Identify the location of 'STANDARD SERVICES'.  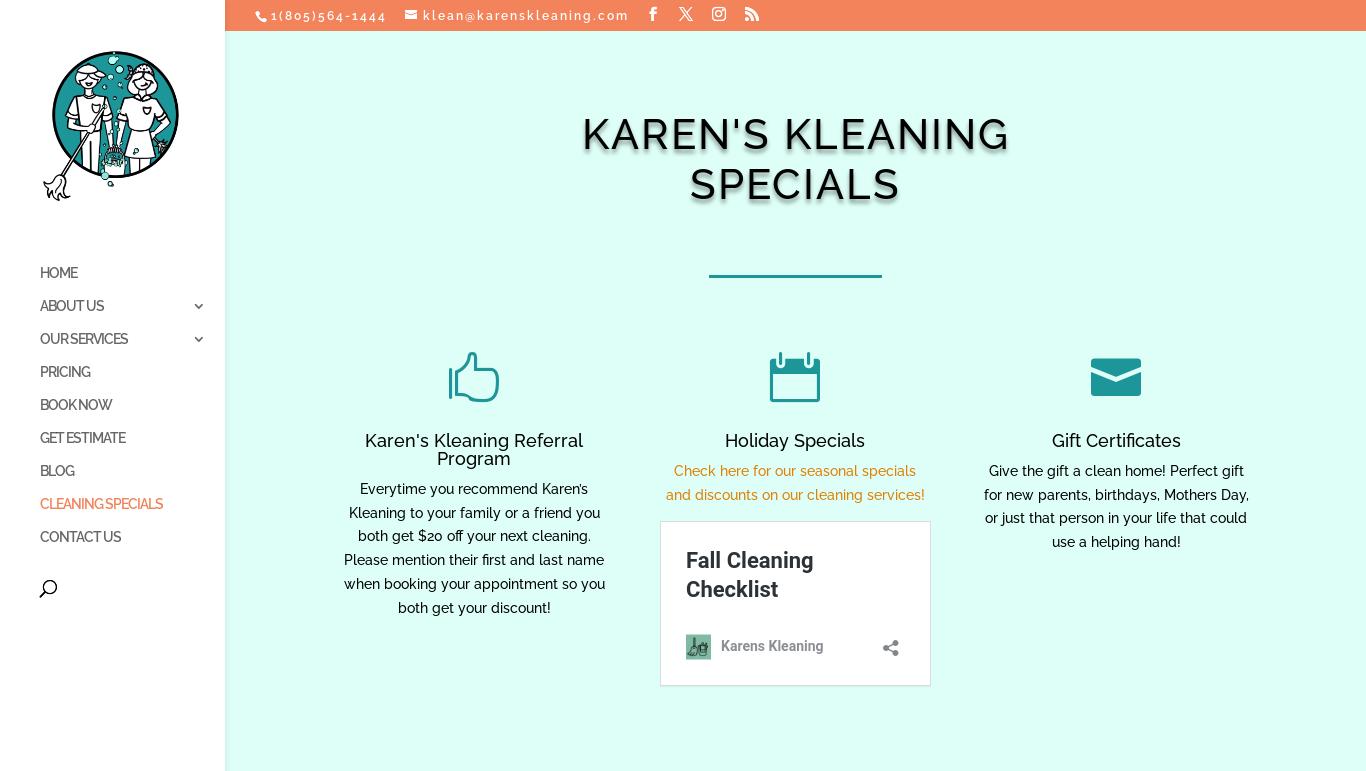
(331, 338).